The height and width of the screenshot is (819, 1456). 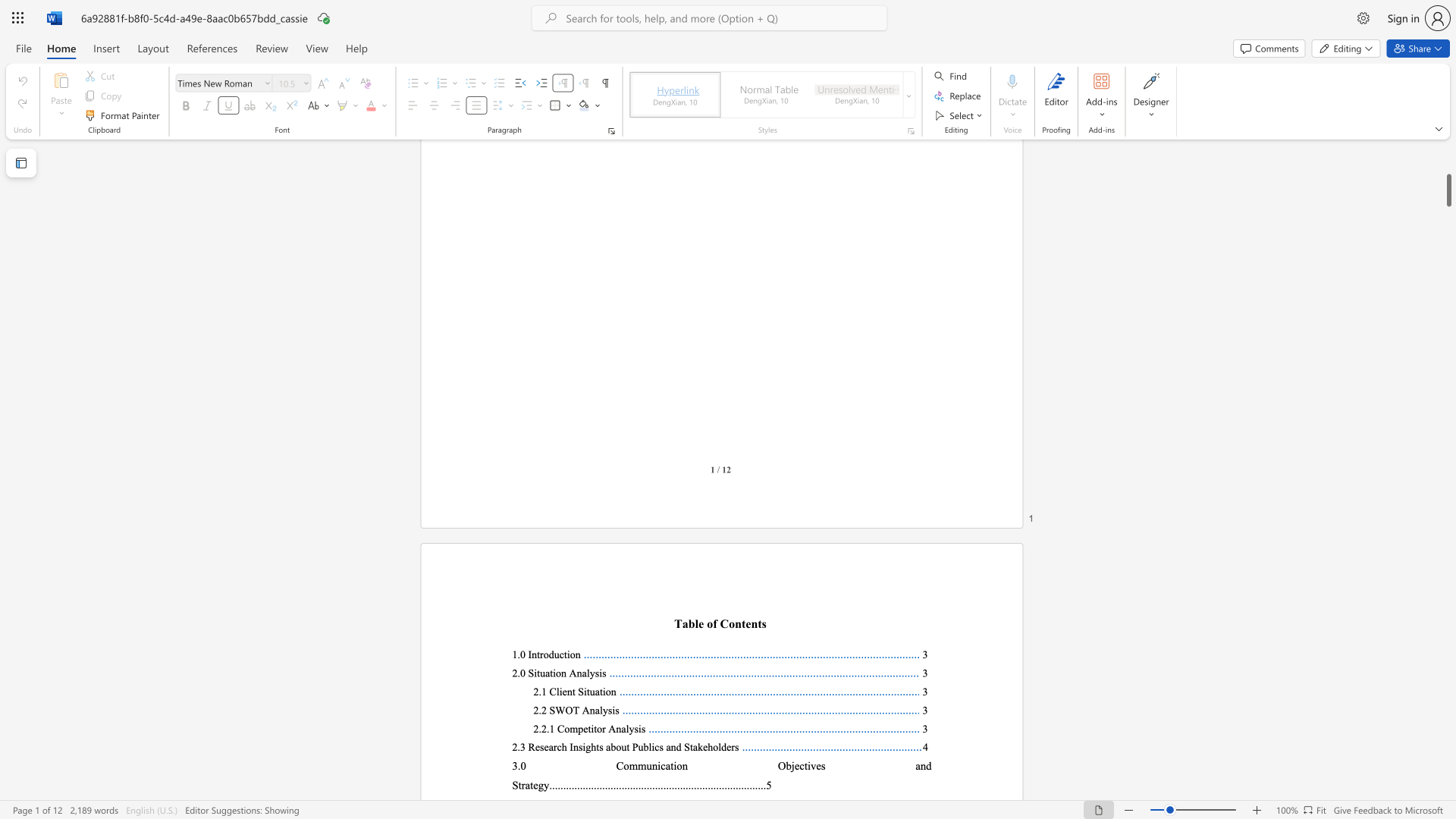 What do you see at coordinates (551, 728) in the screenshot?
I see `the 1th character "1" in the text` at bounding box center [551, 728].